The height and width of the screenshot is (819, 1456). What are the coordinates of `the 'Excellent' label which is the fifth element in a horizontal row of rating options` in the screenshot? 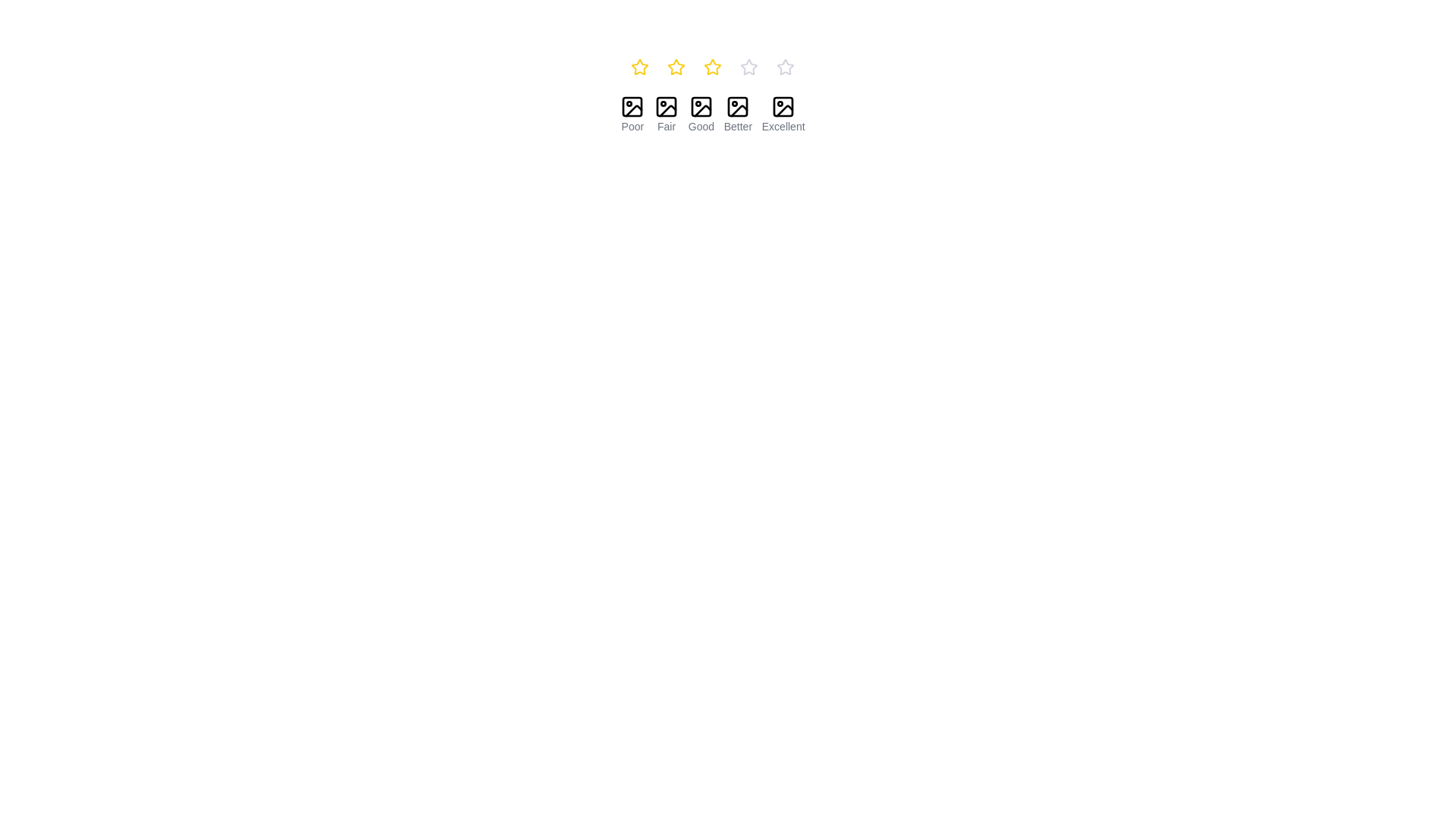 It's located at (783, 113).